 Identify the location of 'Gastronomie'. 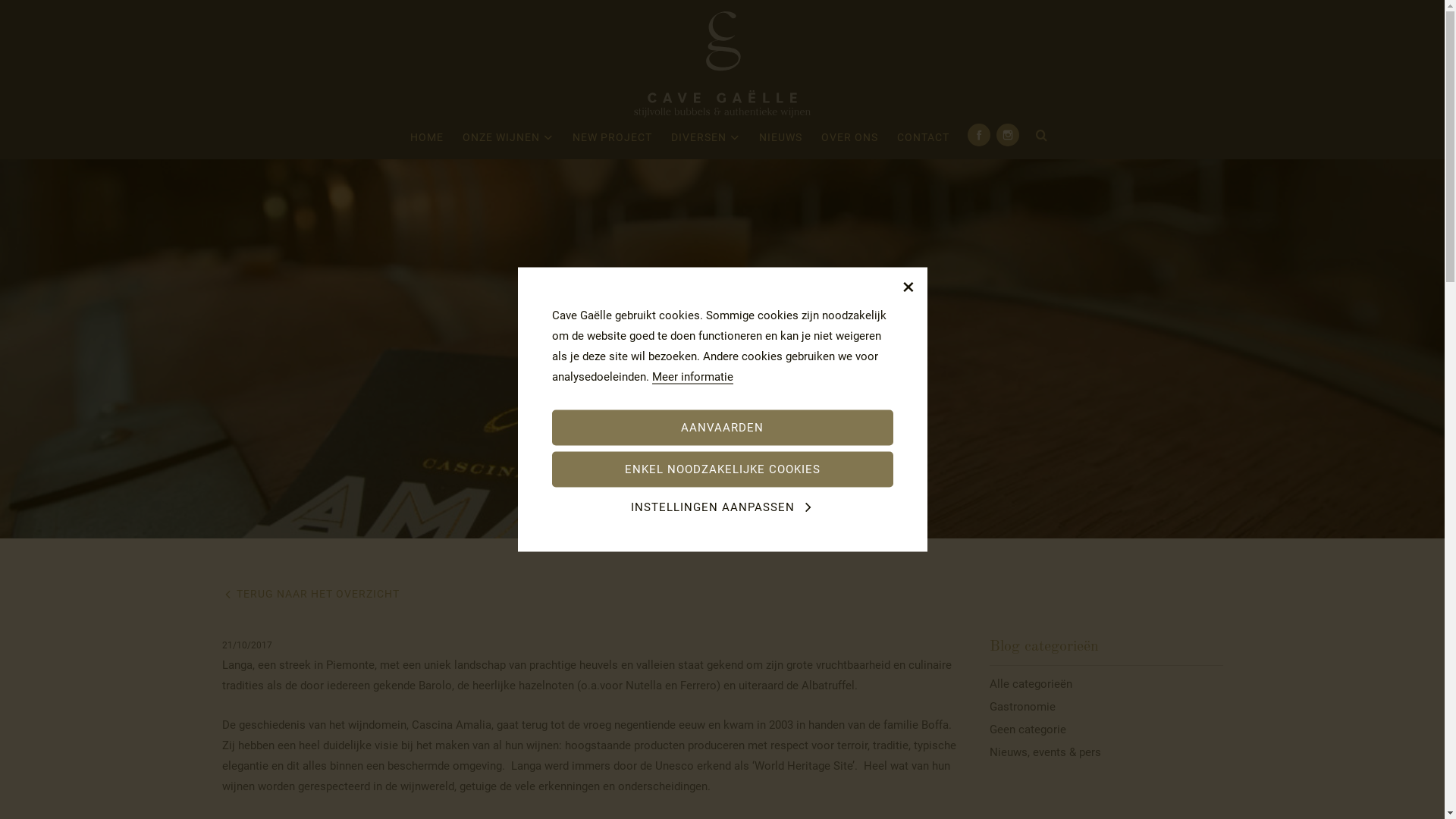
(1106, 707).